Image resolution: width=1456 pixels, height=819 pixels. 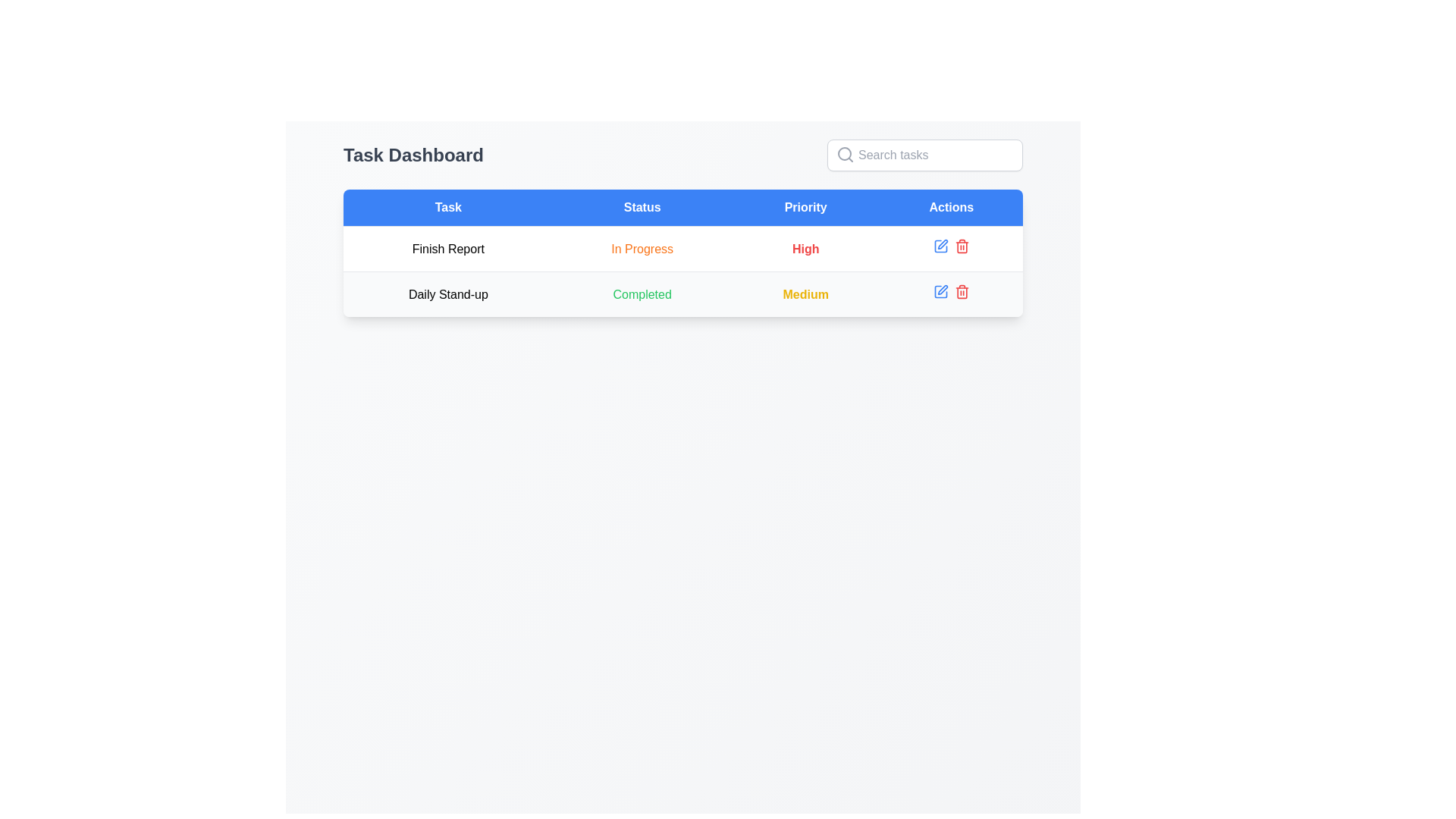 What do you see at coordinates (413, 155) in the screenshot?
I see `the static text label that serves as the header for the task management dashboard, located at the upper-left area of the interface` at bounding box center [413, 155].